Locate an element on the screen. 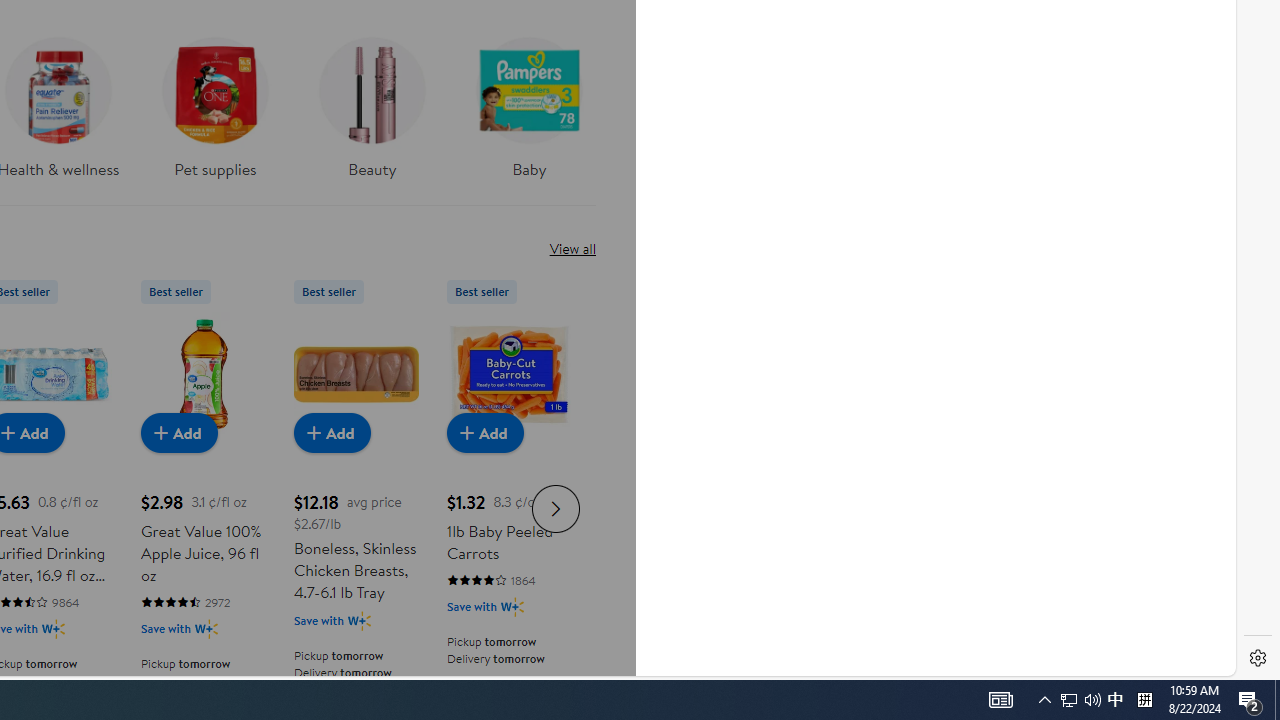 This screenshot has height=720, width=1280. 'Beauty' is located at coordinates (371, 114).